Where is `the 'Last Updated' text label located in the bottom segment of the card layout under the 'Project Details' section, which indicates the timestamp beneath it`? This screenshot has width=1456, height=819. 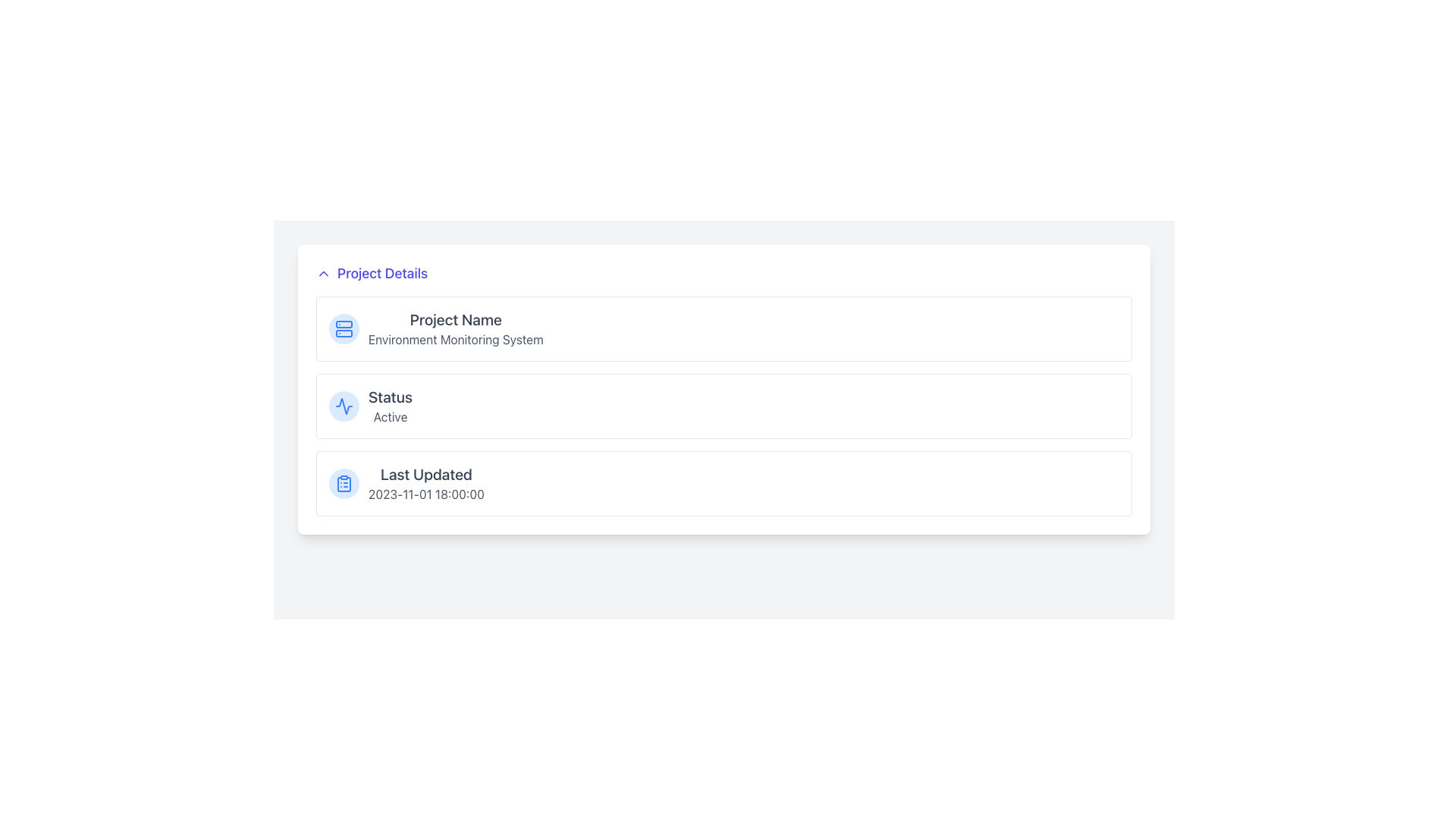 the 'Last Updated' text label located in the bottom segment of the card layout under the 'Project Details' section, which indicates the timestamp beneath it is located at coordinates (425, 473).